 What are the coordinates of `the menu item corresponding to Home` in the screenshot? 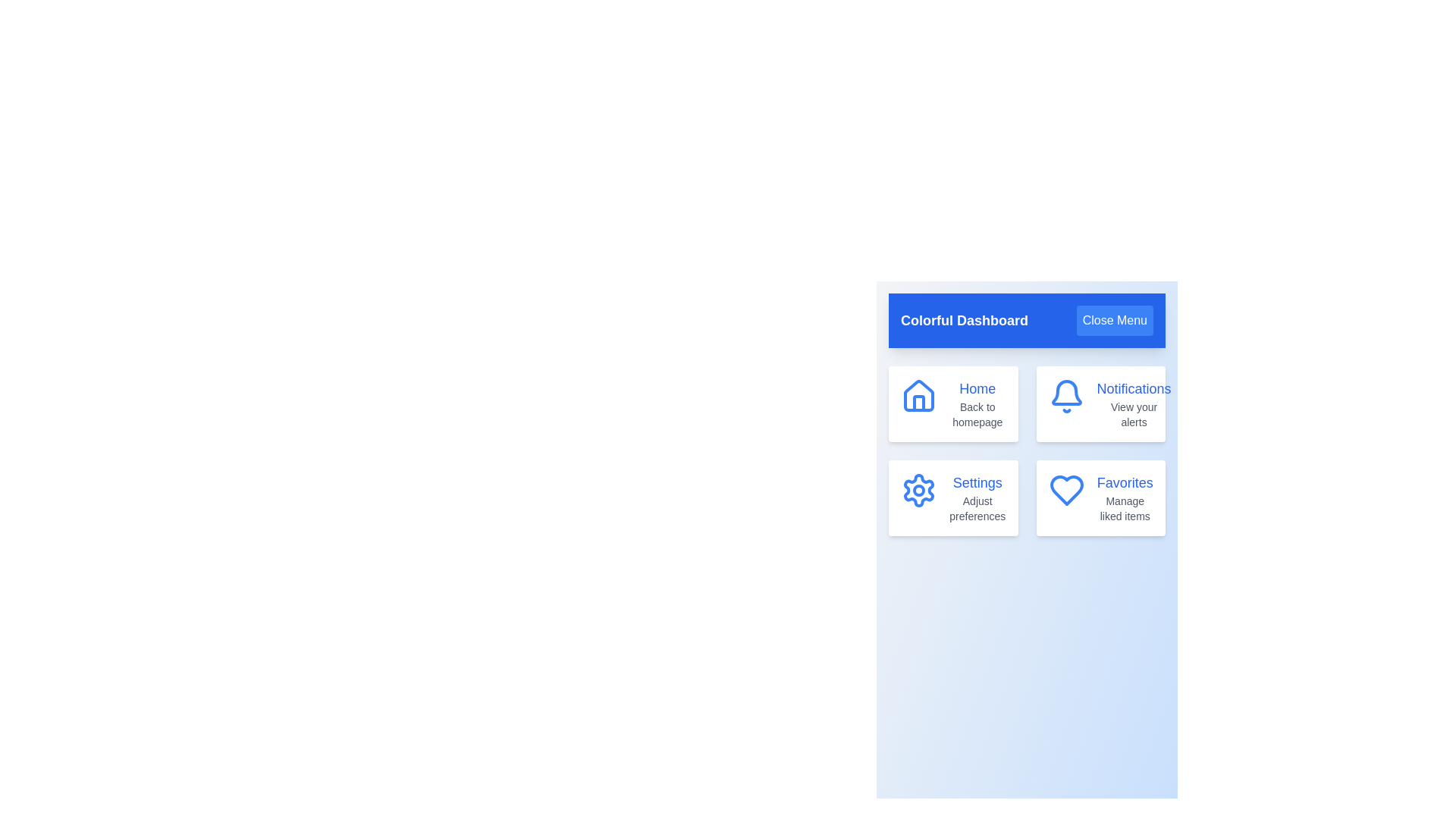 It's located at (952, 403).